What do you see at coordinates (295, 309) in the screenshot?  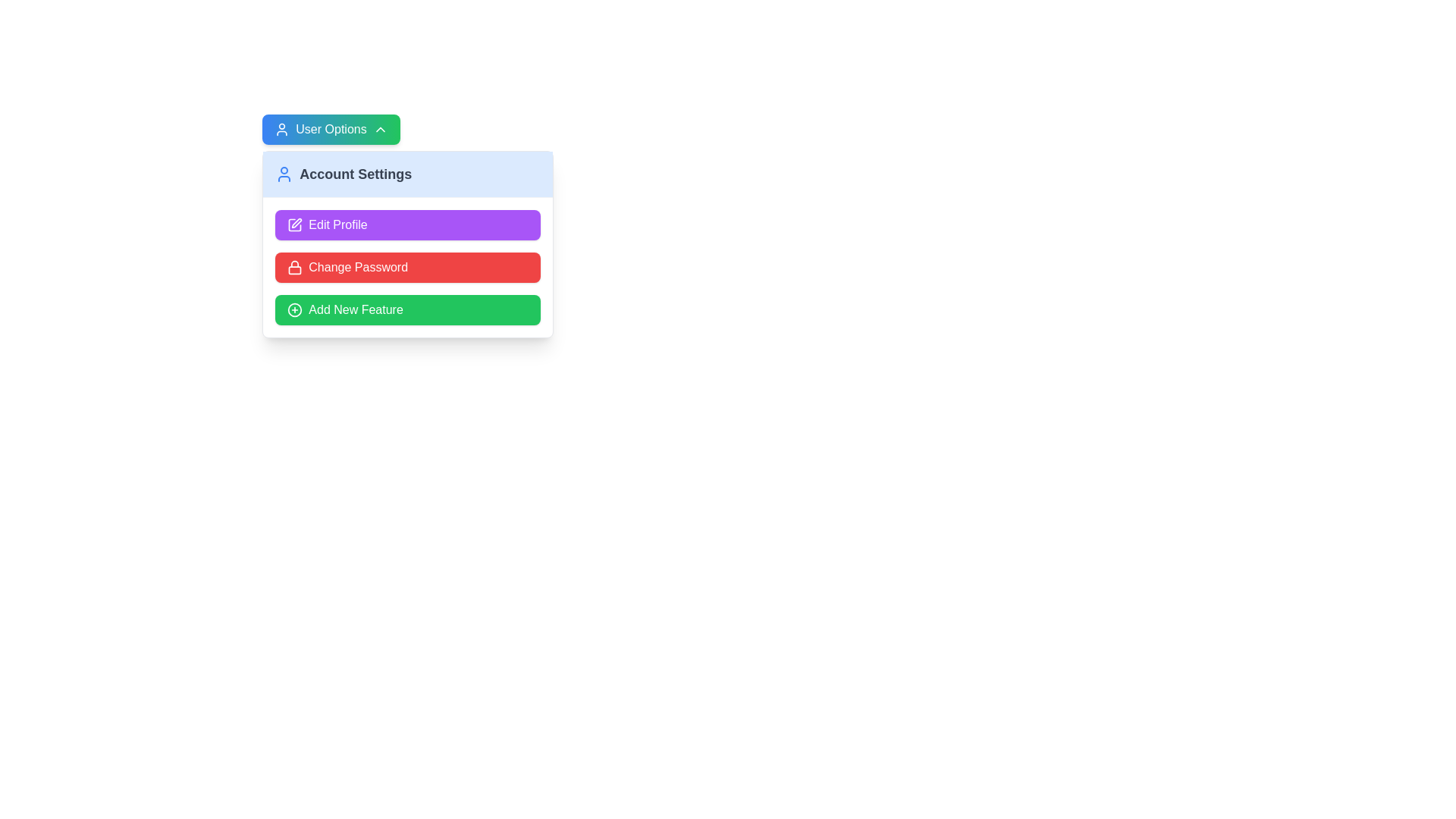 I see `the icon on the far-left side of the 'Add New Feature' button` at bounding box center [295, 309].